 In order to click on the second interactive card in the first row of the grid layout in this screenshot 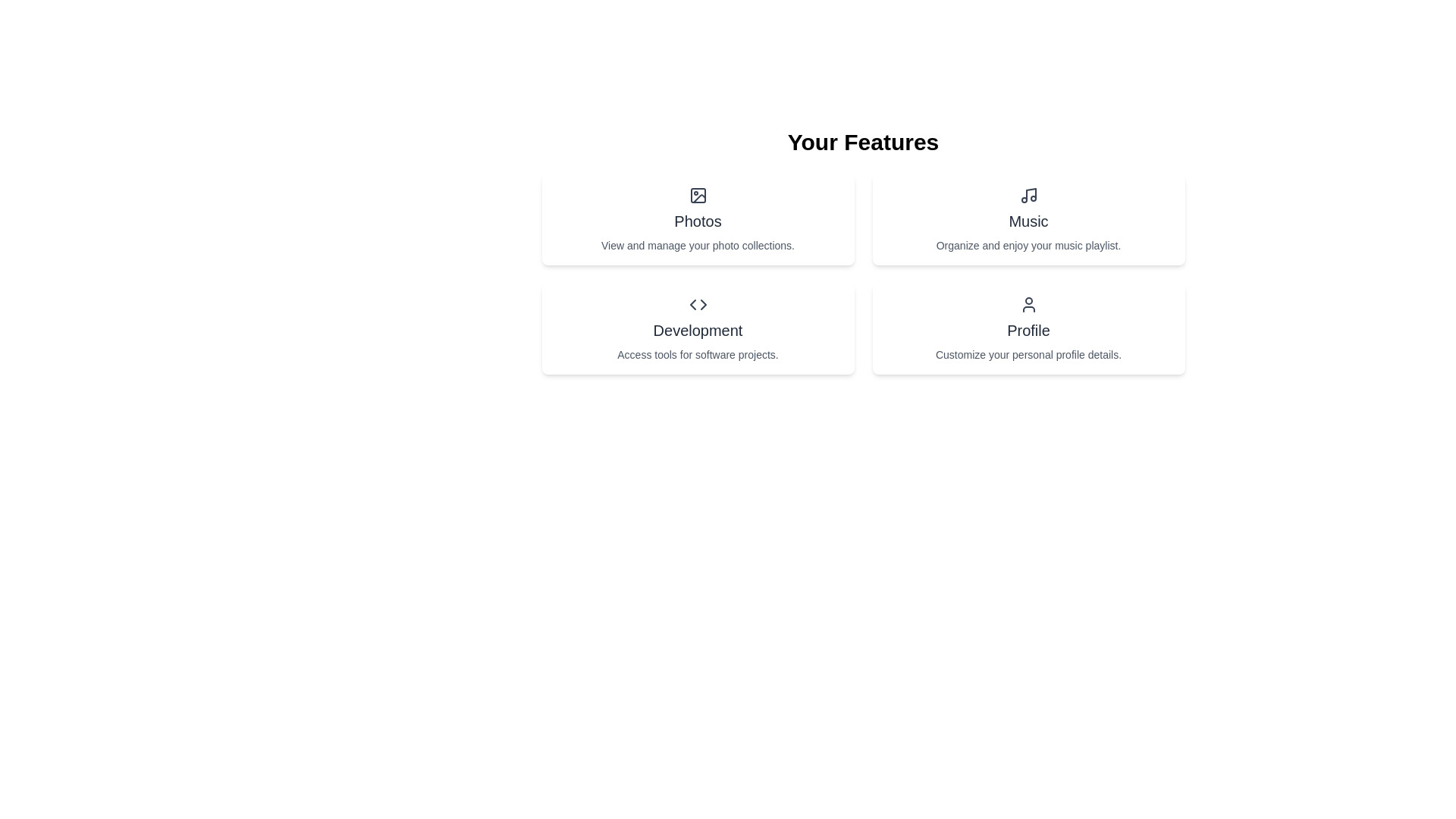, I will do `click(1028, 219)`.